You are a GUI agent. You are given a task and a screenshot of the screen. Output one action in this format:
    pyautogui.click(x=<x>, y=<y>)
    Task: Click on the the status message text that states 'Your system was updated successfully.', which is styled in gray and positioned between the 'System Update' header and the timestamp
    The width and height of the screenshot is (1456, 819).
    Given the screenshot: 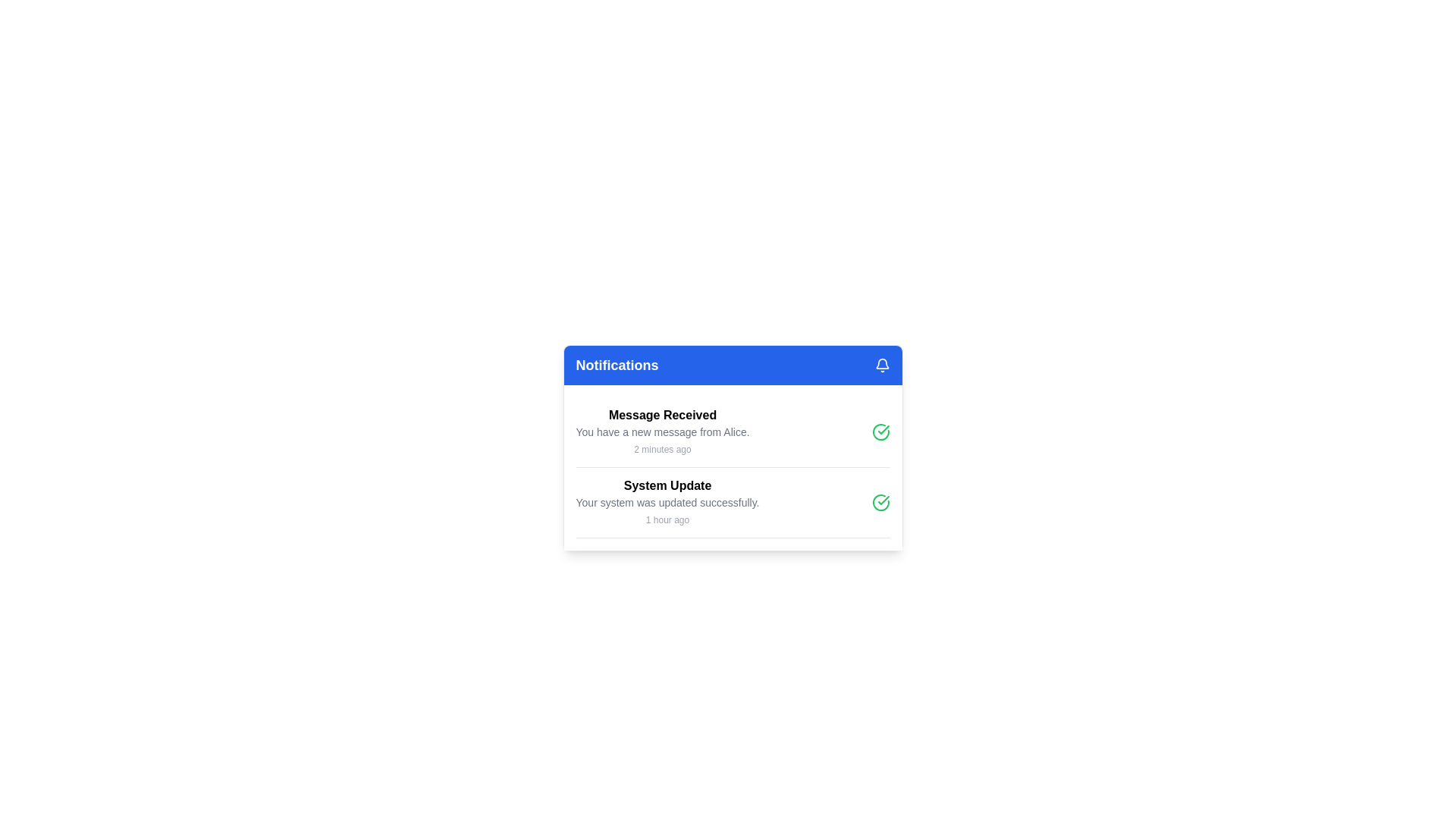 What is the action you would take?
    pyautogui.click(x=667, y=503)
    